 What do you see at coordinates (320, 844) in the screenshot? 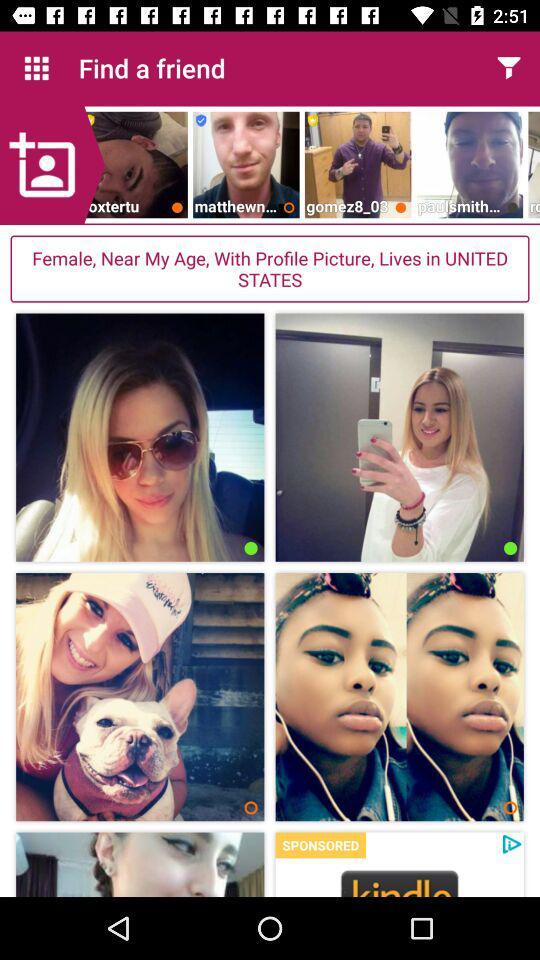
I see `the sponsored` at bounding box center [320, 844].